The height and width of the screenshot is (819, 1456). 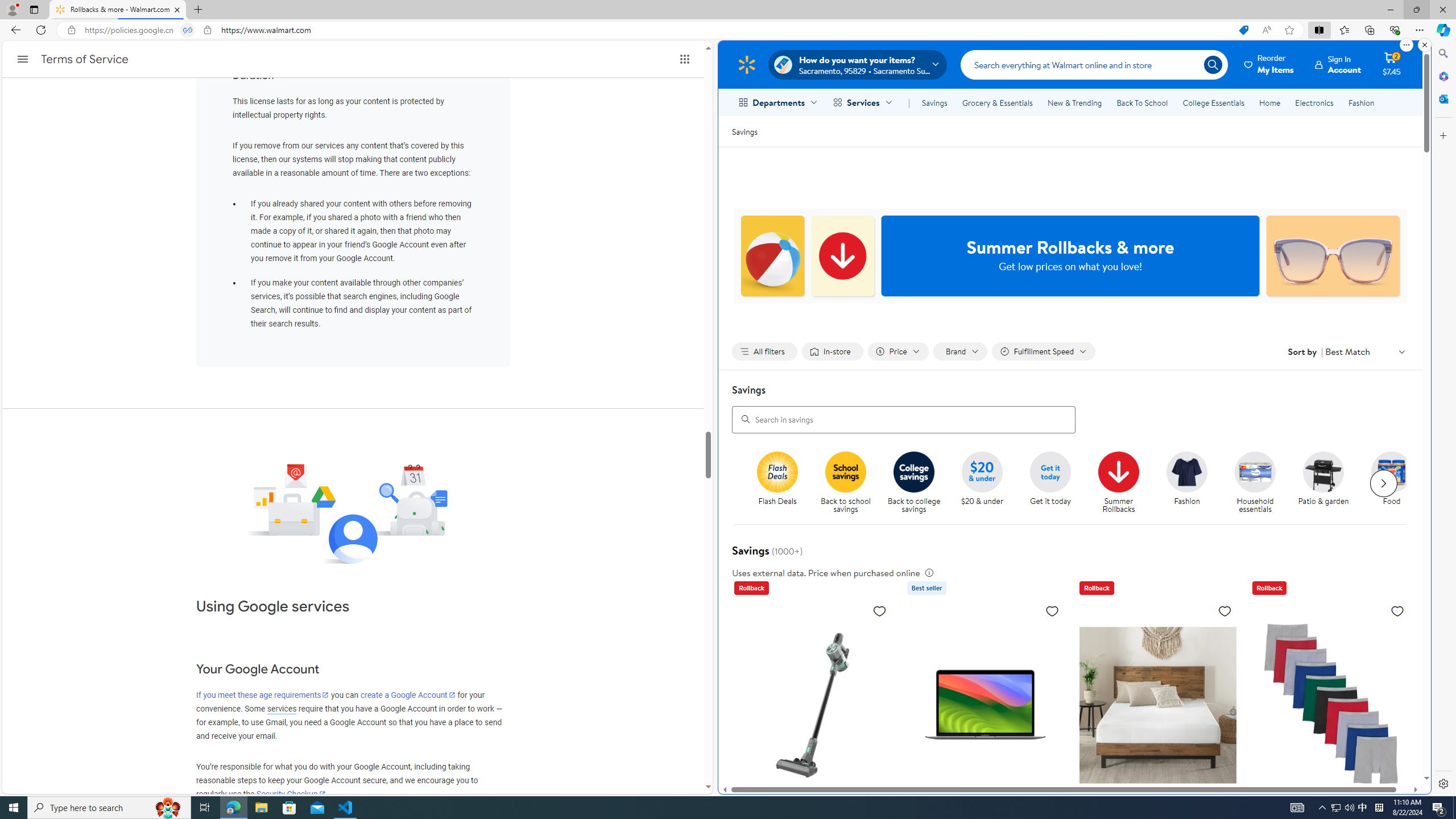 What do you see at coordinates (1243, 30) in the screenshot?
I see `'This site has coupons! Shopping in Microsoft Edge, 7'` at bounding box center [1243, 30].